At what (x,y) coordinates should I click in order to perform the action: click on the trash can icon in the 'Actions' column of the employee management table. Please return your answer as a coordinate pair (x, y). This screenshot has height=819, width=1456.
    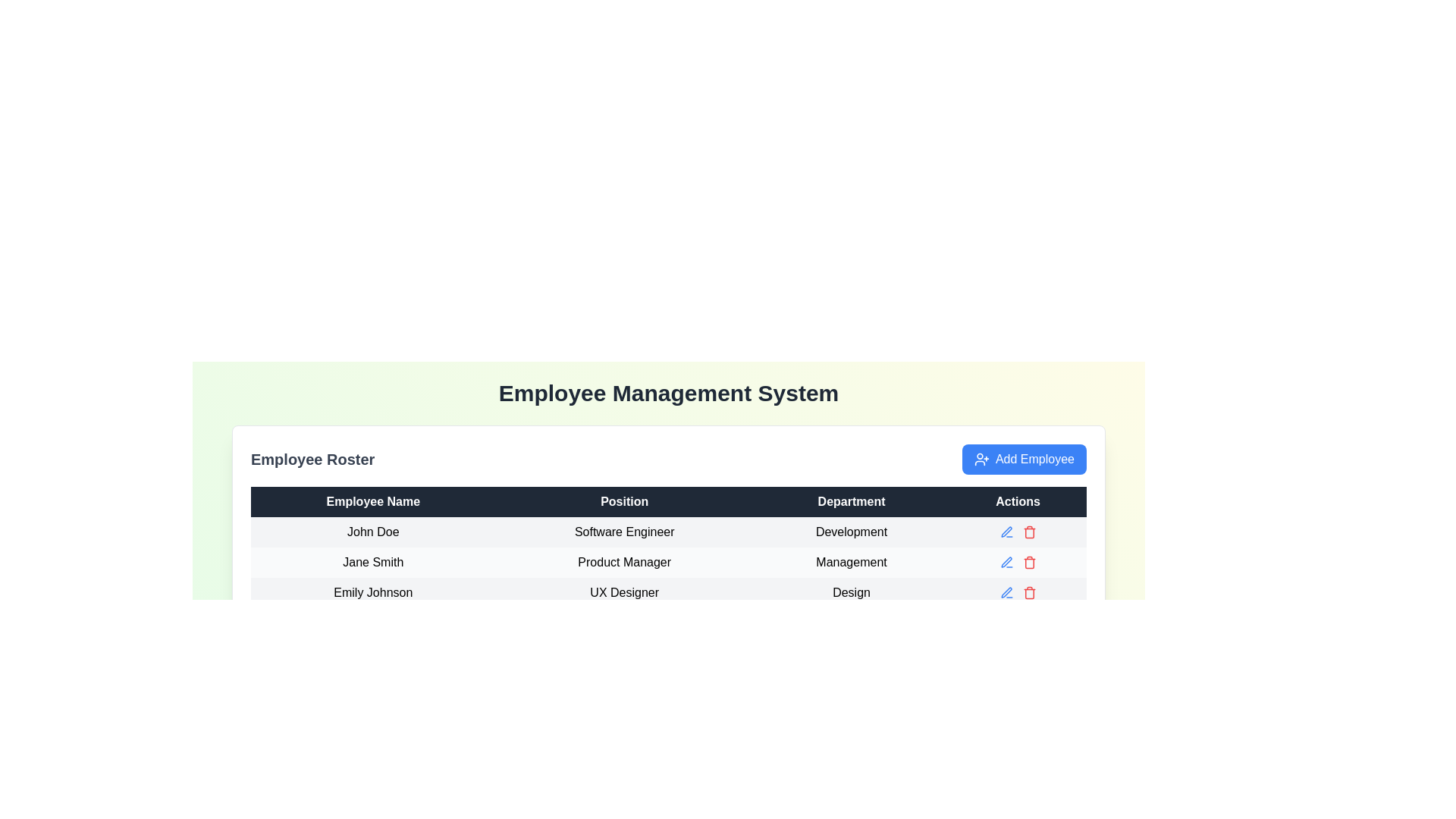
    Looking at the image, I should click on (1029, 563).